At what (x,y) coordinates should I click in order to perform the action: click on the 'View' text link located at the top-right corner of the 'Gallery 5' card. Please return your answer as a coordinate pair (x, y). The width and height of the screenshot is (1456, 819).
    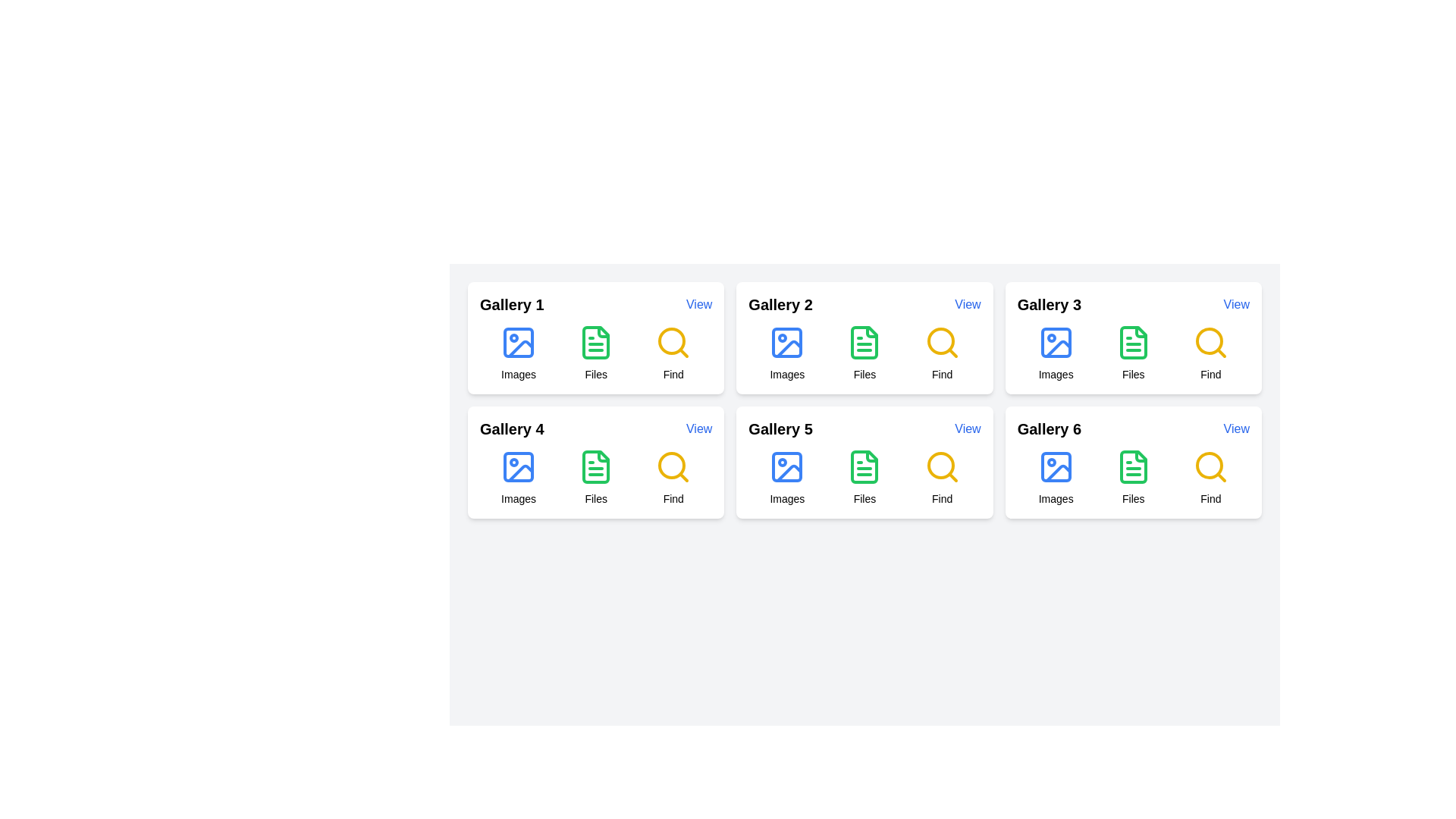
    Looking at the image, I should click on (967, 429).